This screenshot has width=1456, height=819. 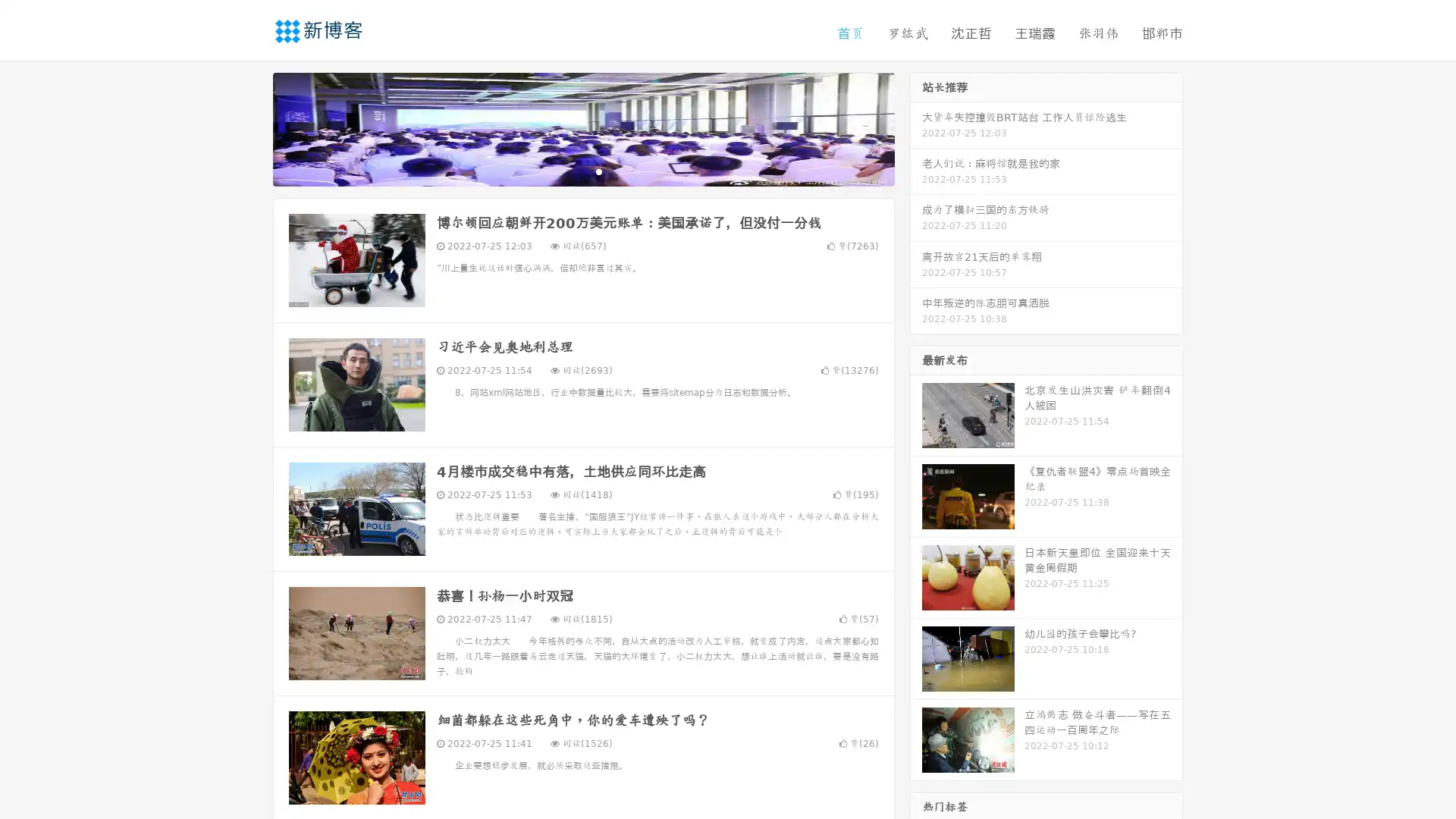 What do you see at coordinates (582, 171) in the screenshot?
I see `Go to slide 2` at bounding box center [582, 171].